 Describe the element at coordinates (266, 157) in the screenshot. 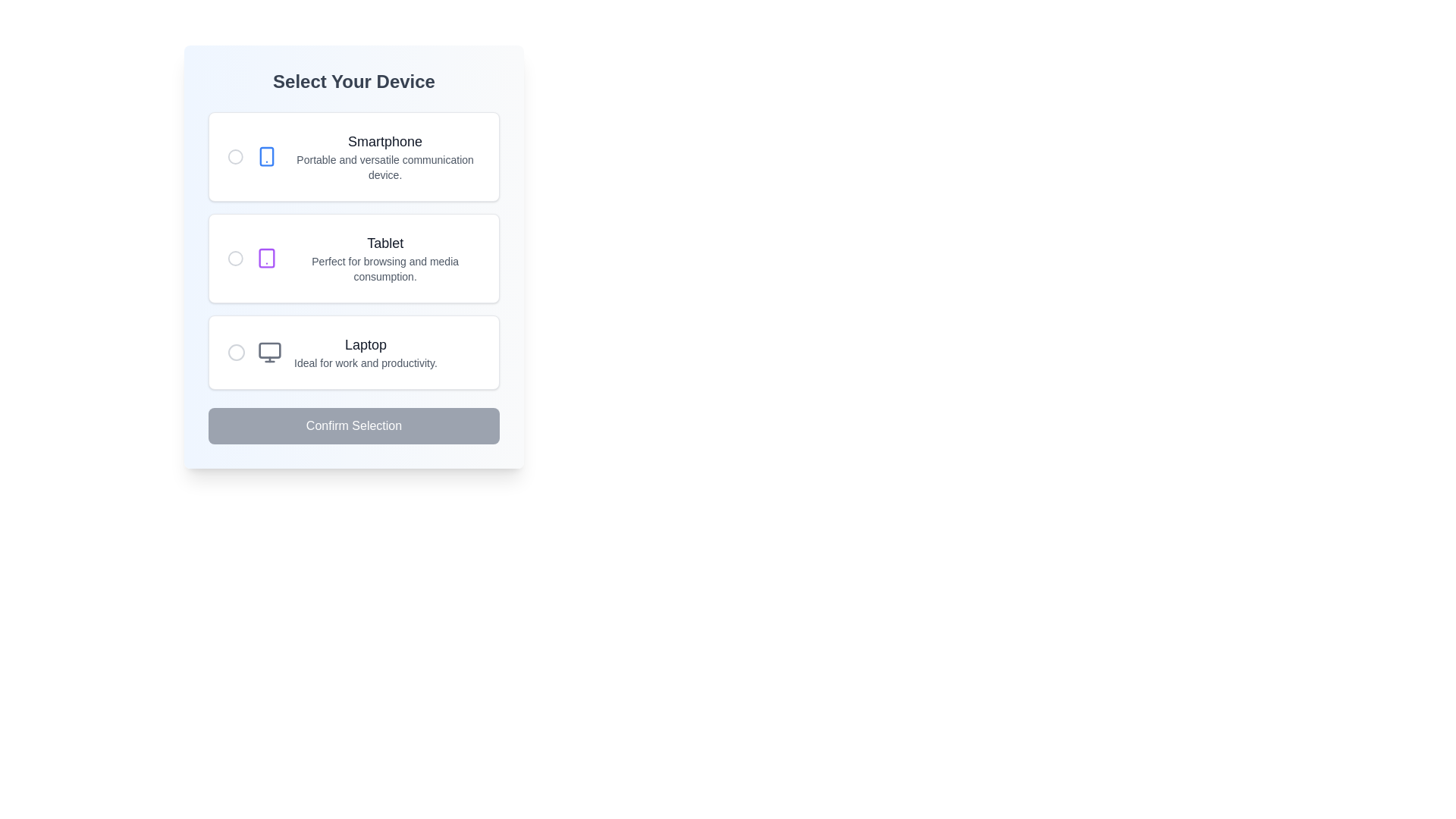

I see `the smartphone icon located to the right of the radiobutton for the 'Smartphone' option in the list` at that location.